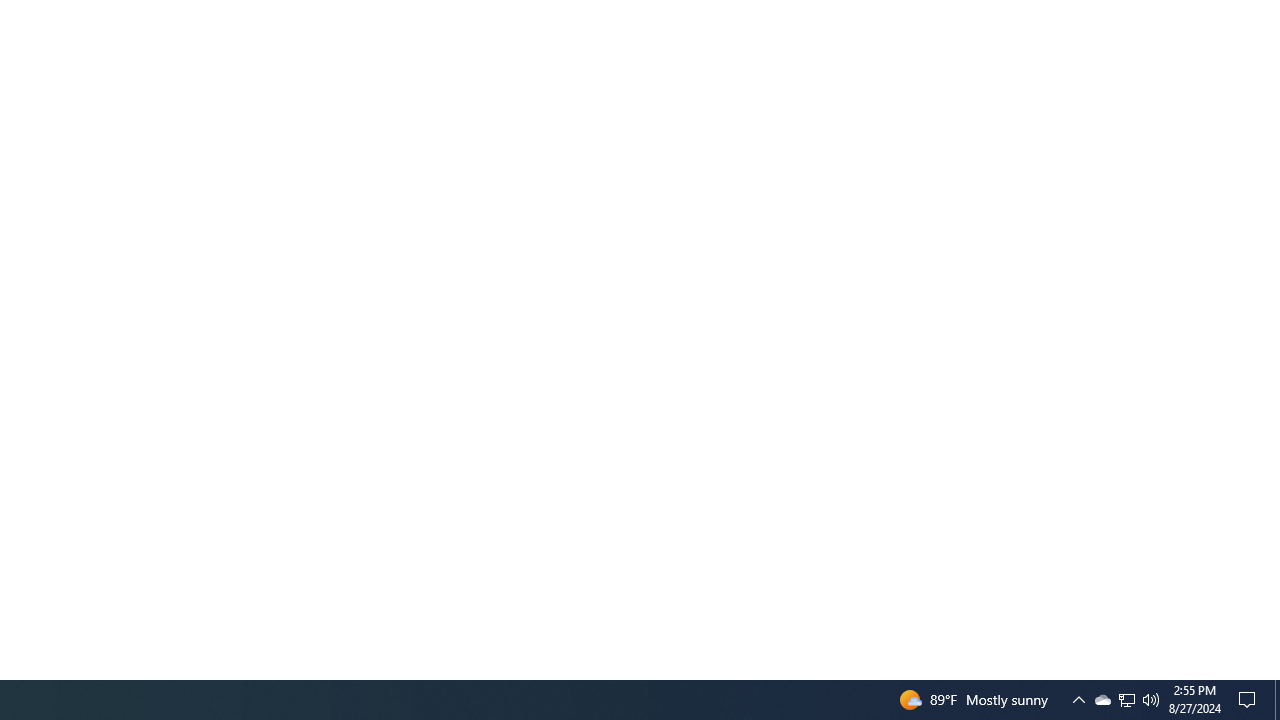 The image size is (1280, 720). Describe the element at coordinates (1127, 698) in the screenshot. I see `'Notification Chevron'` at that location.